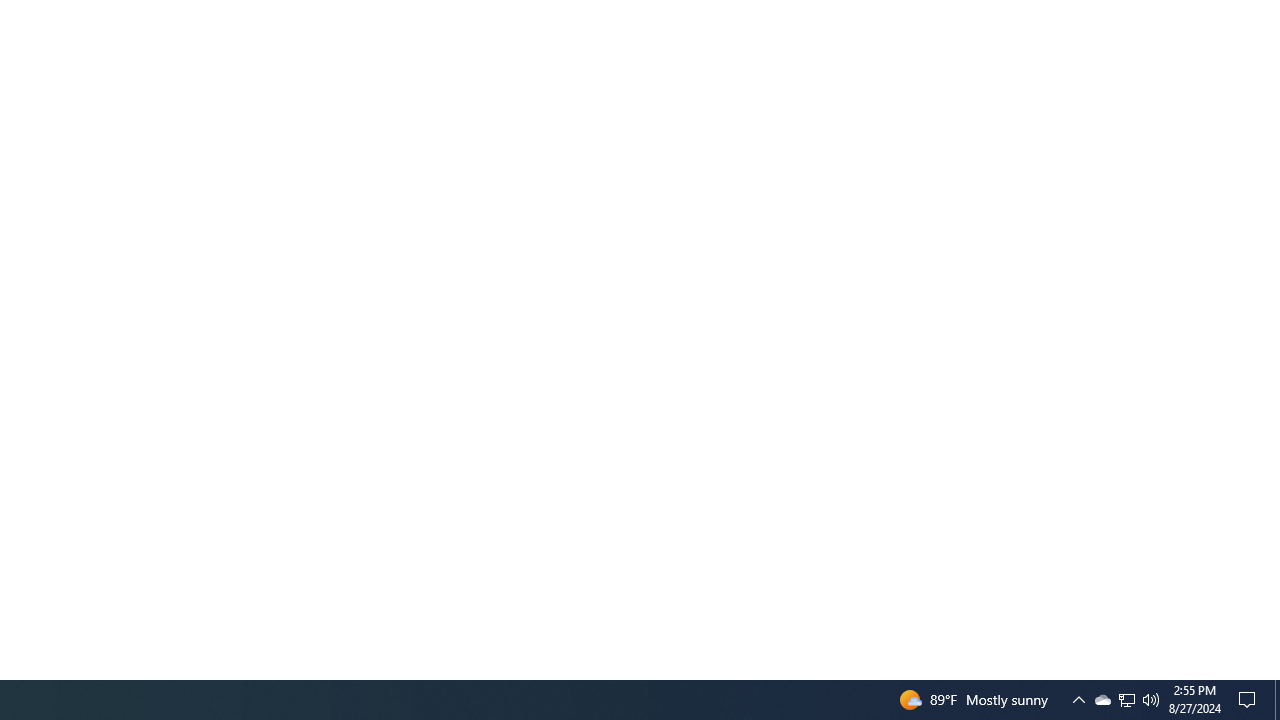 The image size is (1280, 720). Describe the element at coordinates (1127, 698) in the screenshot. I see `'Notification Chevron'` at that location.